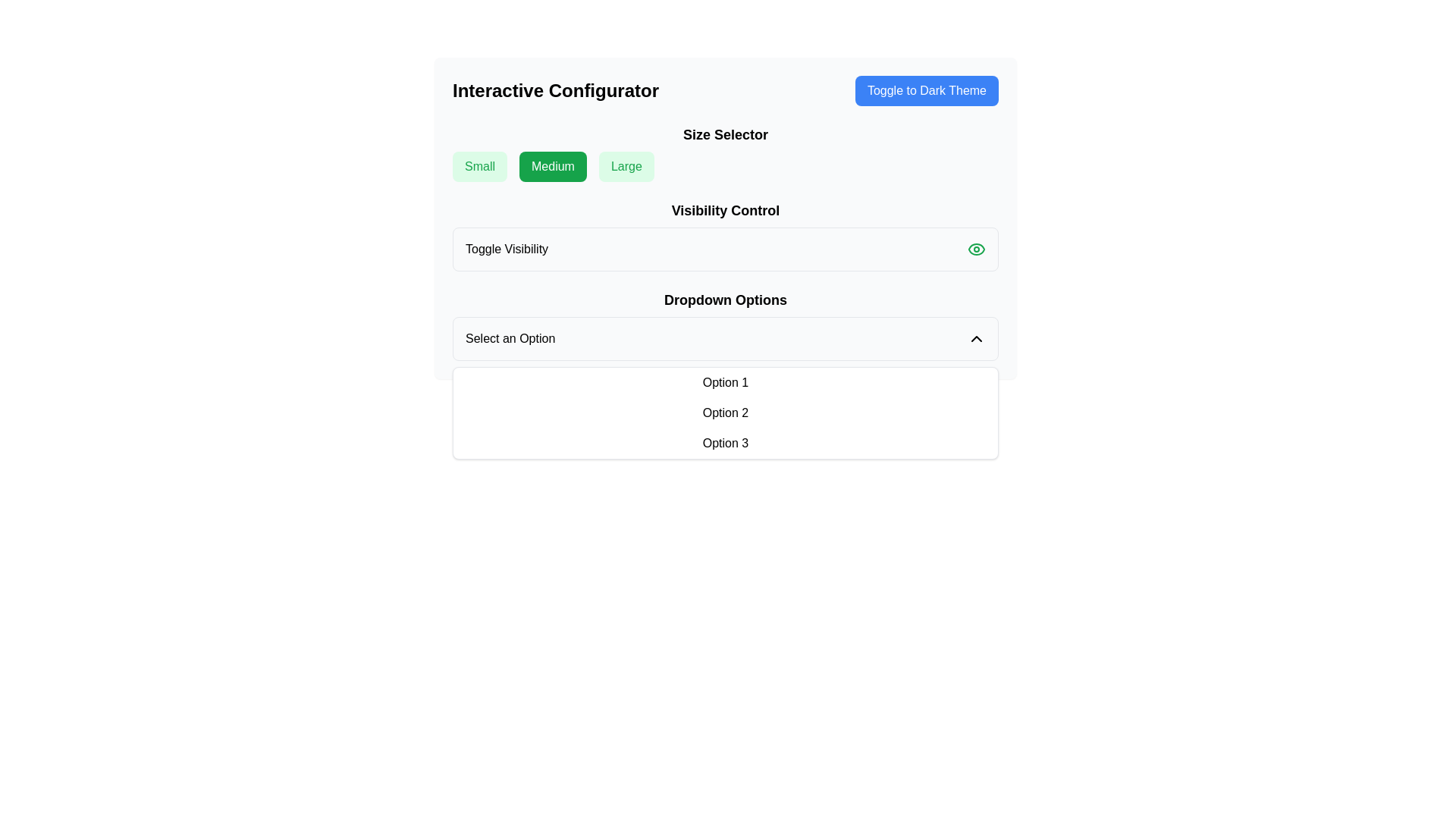 The image size is (1456, 819). What do you see at coordinates (479, 166) in the screenshot?
I see `the leftmost button in the 'Size Selector' section` at bounding box center [479, 166].